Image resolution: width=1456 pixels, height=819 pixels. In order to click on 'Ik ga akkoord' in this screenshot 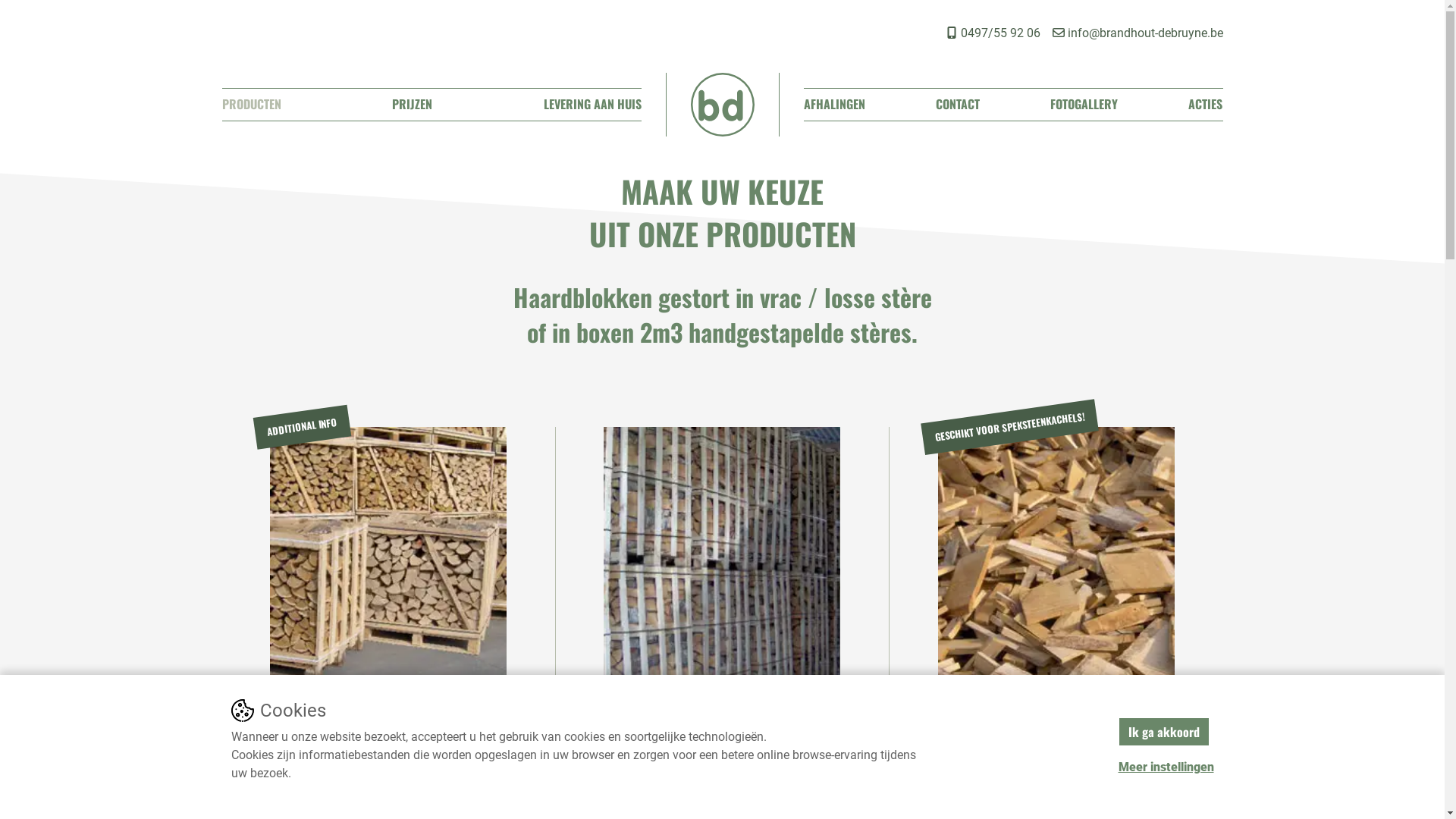, I will do `click(1117, 730)`.